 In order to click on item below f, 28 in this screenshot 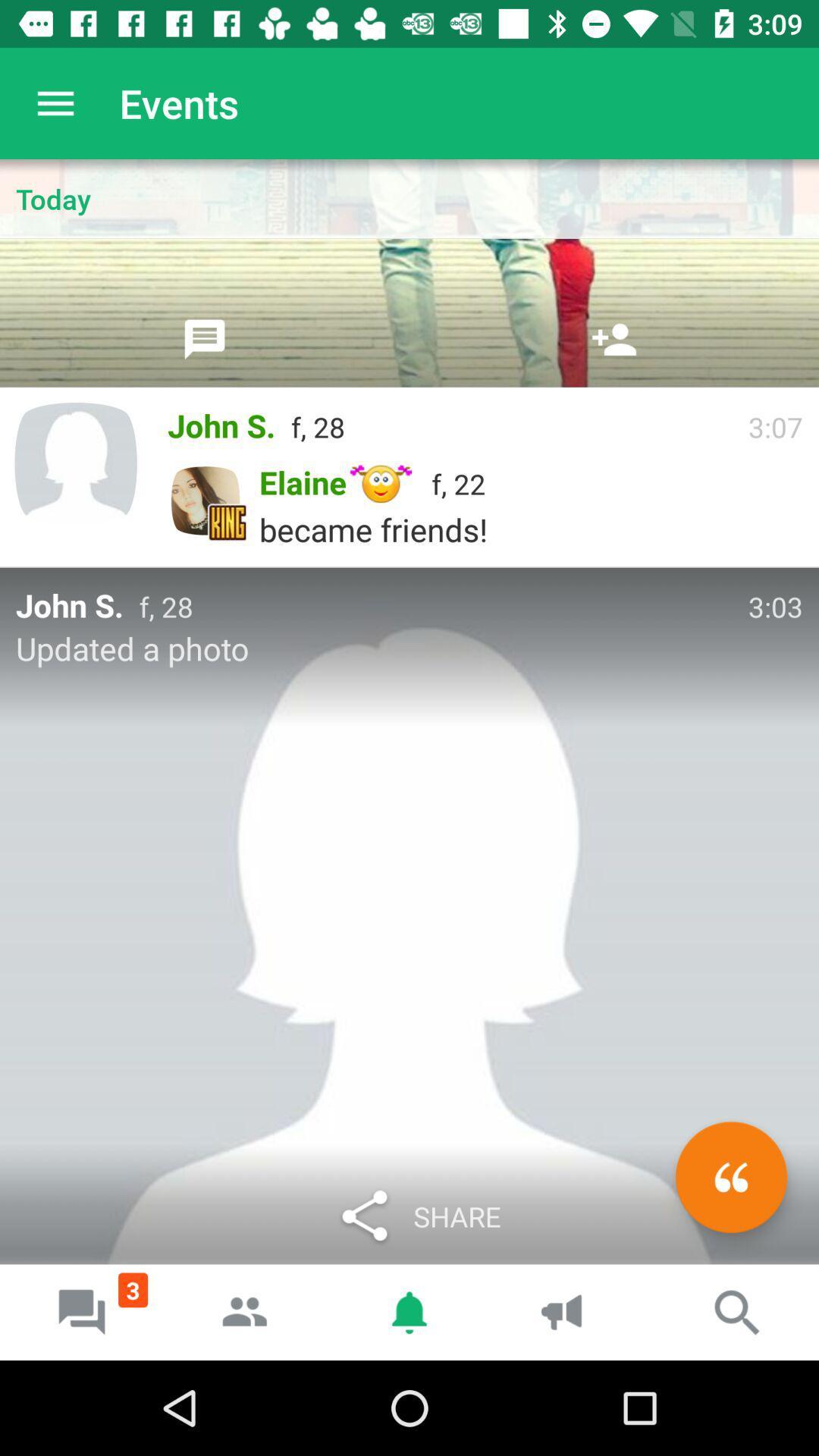, I will do `click(730, 1176)`.